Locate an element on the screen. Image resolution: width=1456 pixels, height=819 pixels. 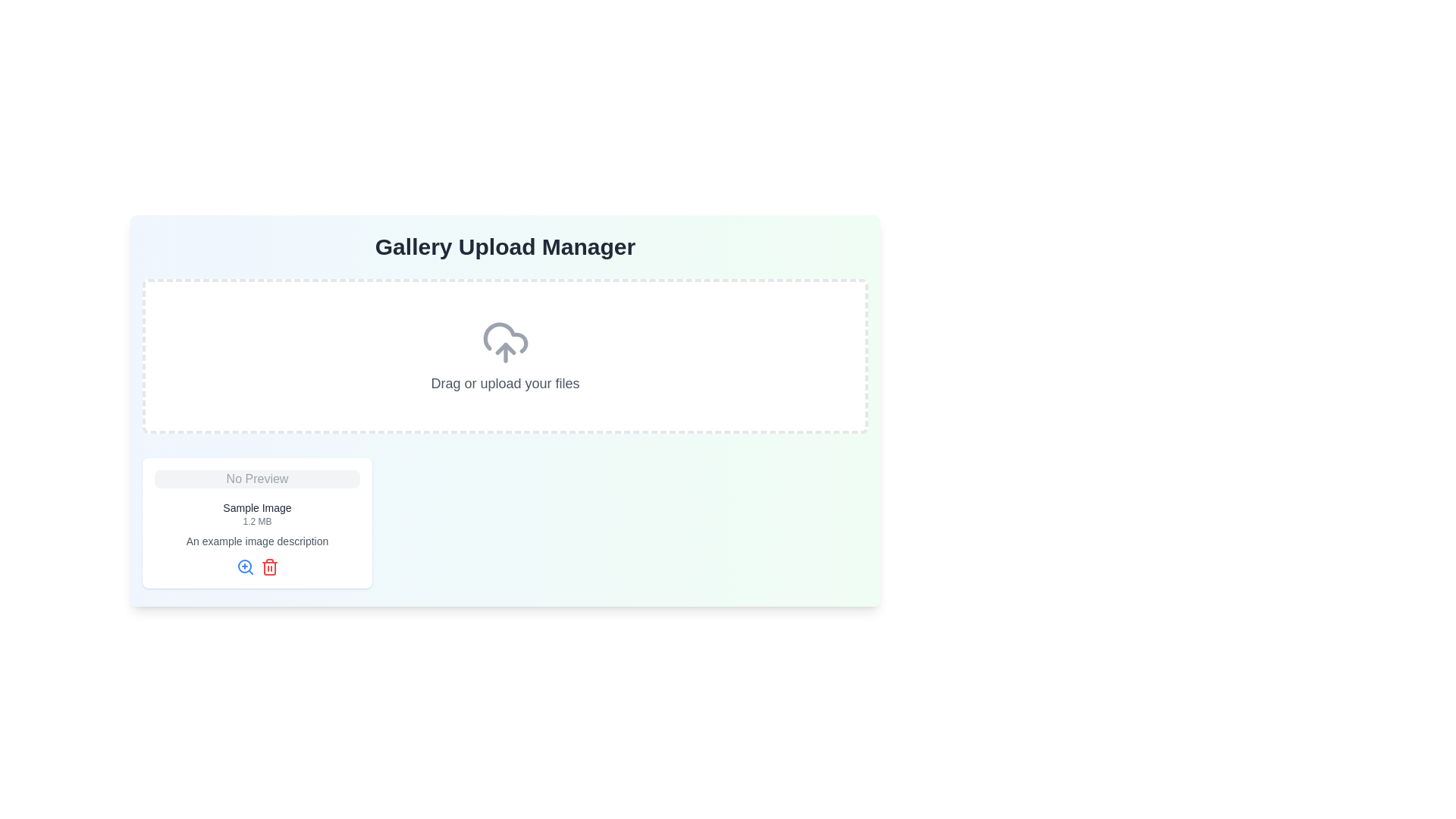
the blue magnifying glass icon with a plus symbol to zoom in, located at the bottom-left corner of the preview card, adjacent to the red trash icon is located at coordinates (245, 567).